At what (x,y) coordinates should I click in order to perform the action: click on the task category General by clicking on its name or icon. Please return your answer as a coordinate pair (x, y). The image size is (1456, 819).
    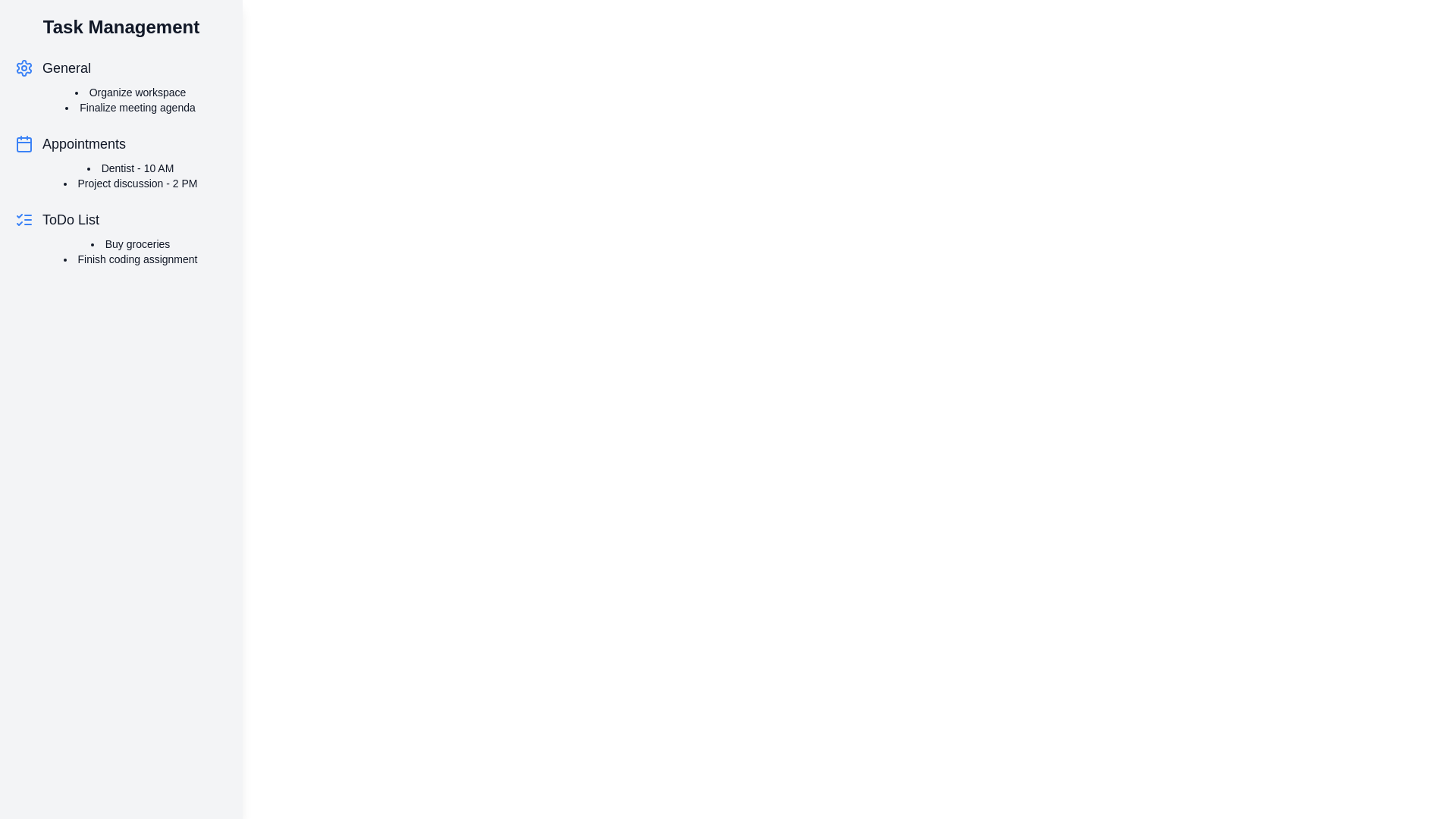
    Looking at the image, I should click on (65, 67).